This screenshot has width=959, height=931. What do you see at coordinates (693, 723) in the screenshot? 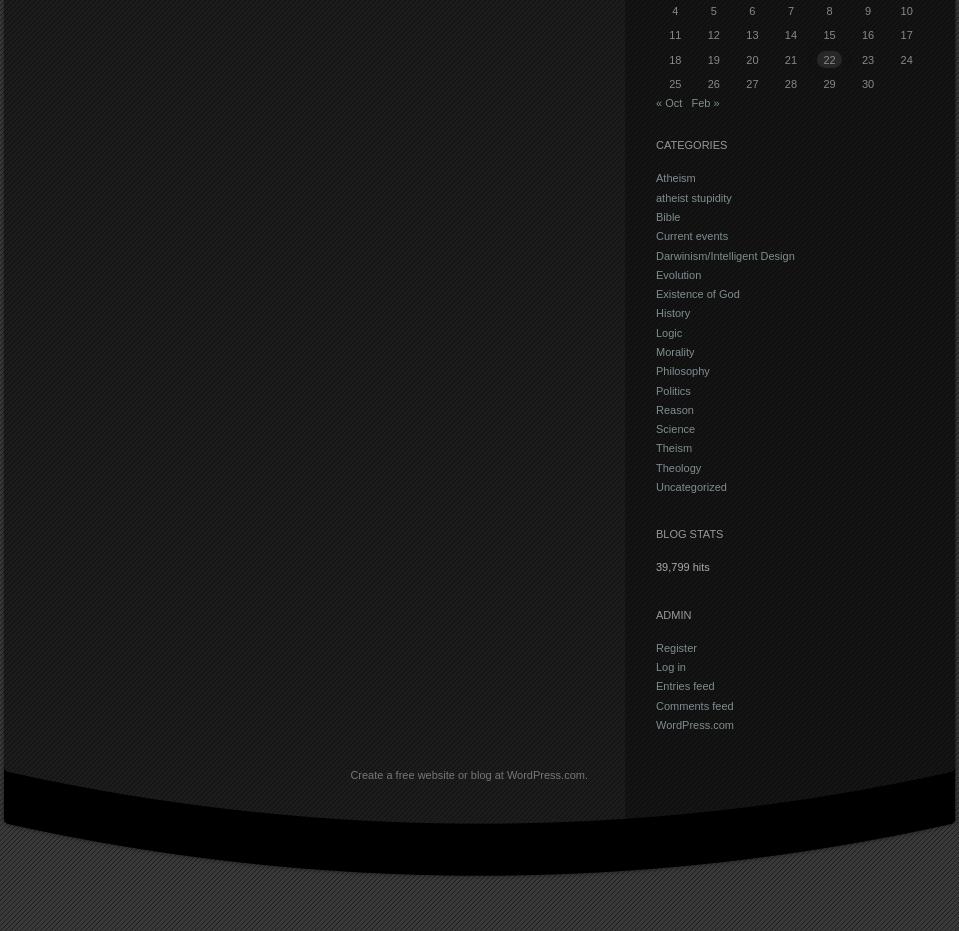
I see `'WordPress.com'` at bounding box center [693, 723].